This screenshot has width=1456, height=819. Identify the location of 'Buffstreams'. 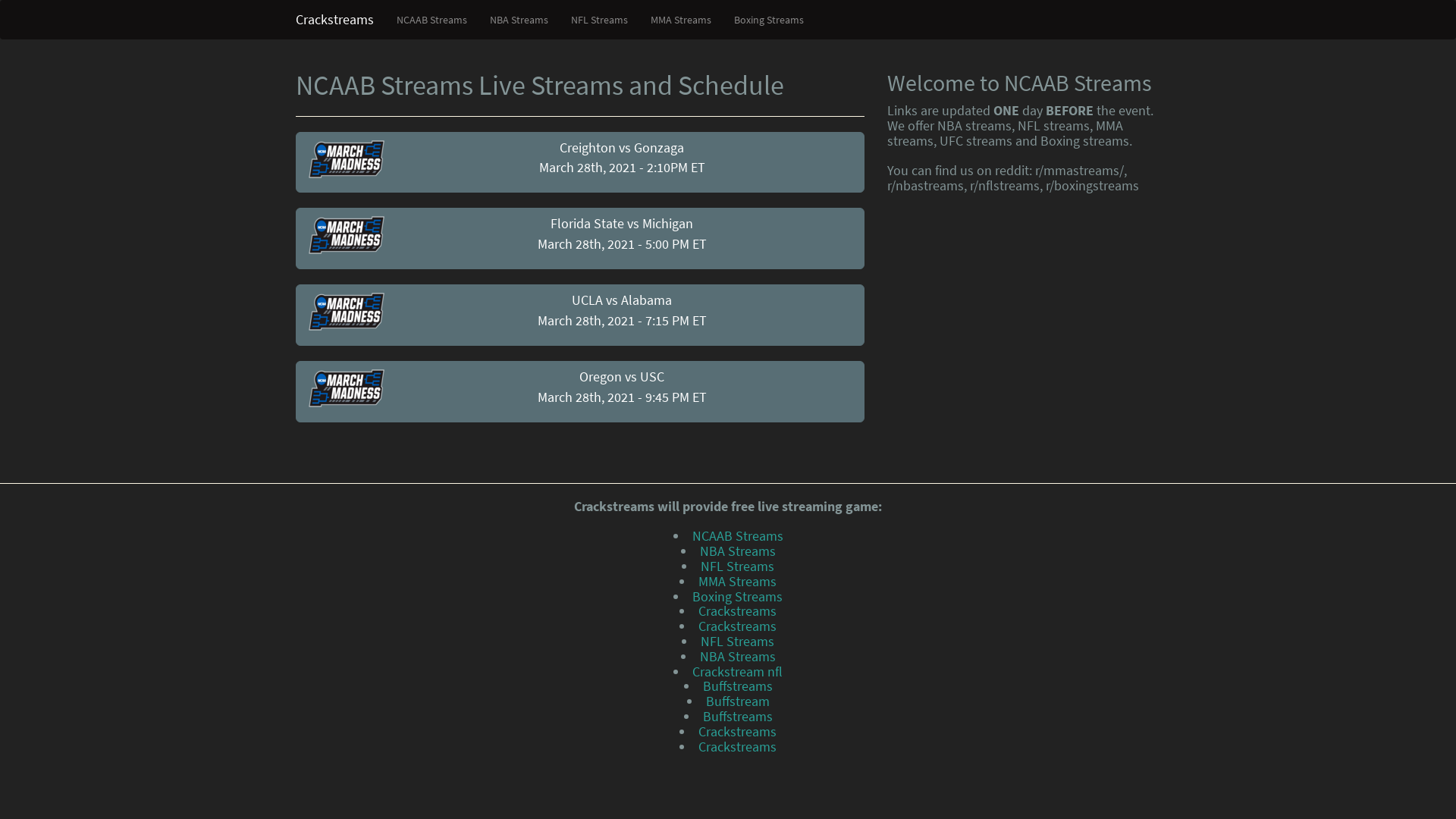
(736, 716).